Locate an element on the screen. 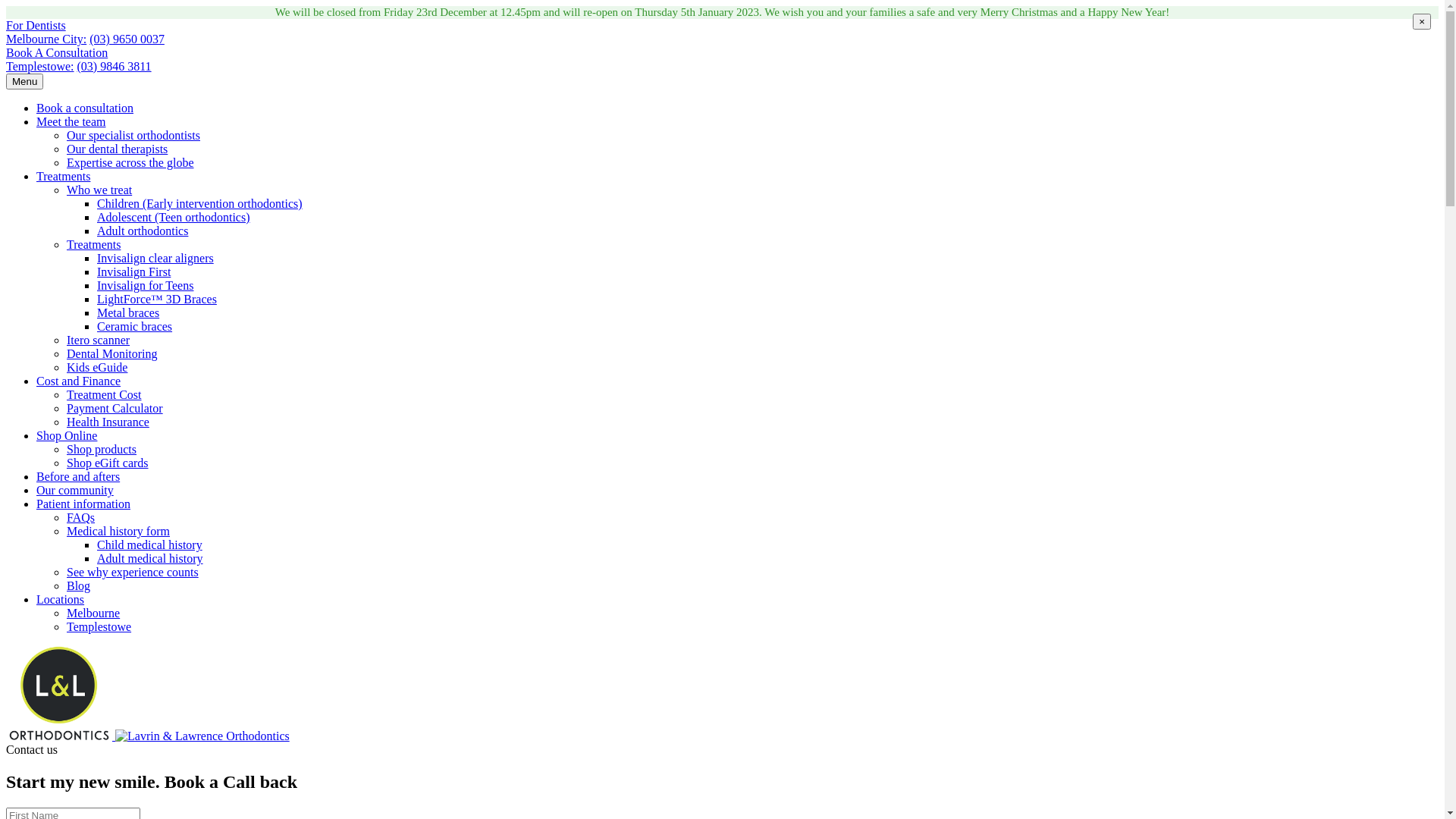 This screenshot has width=1456, height=819. 'Blog' is located at coordinates (65, 585).